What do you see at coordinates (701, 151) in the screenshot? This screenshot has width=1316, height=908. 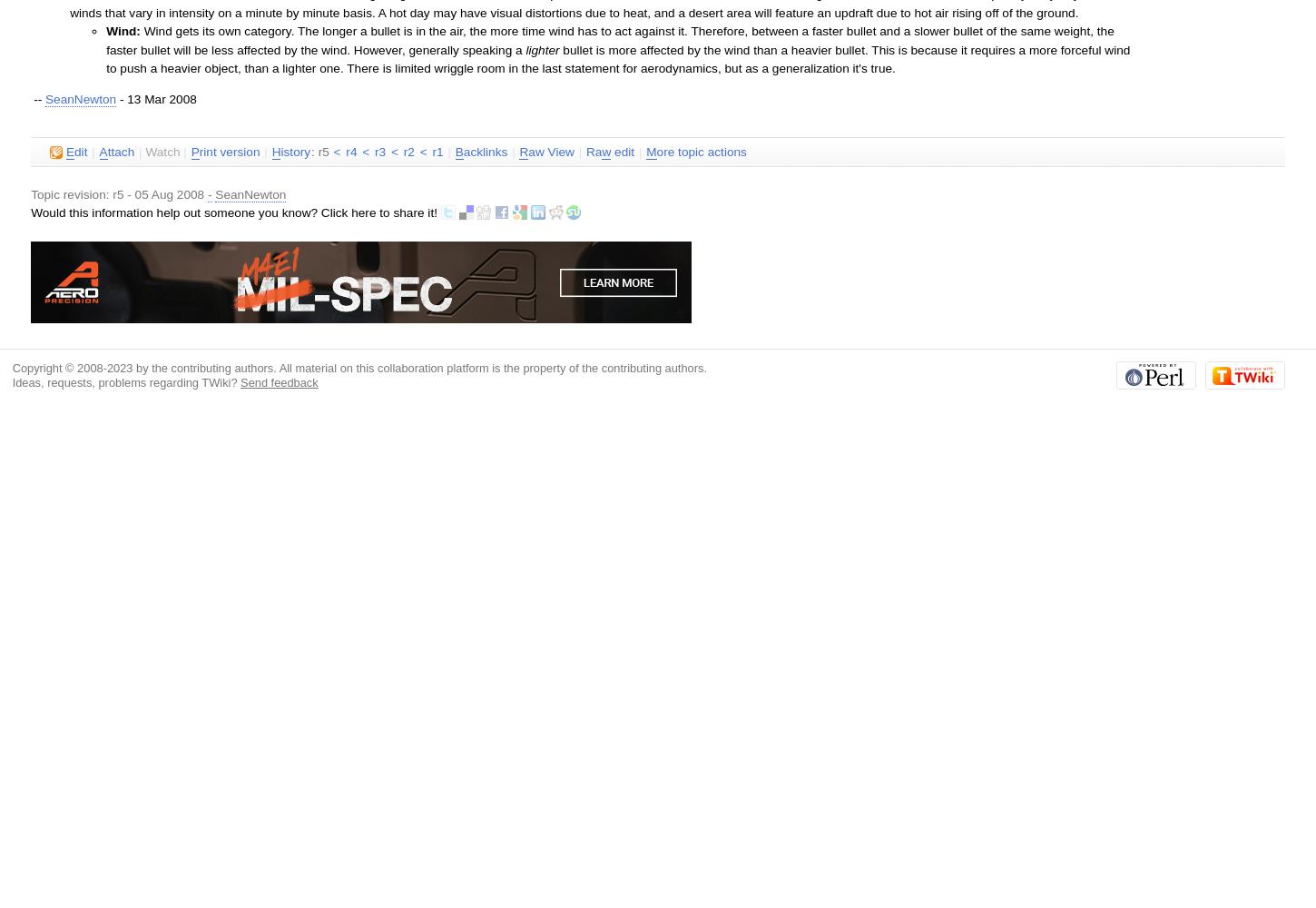 I see `'ore topic actions'` at bounding box center [701, 151].